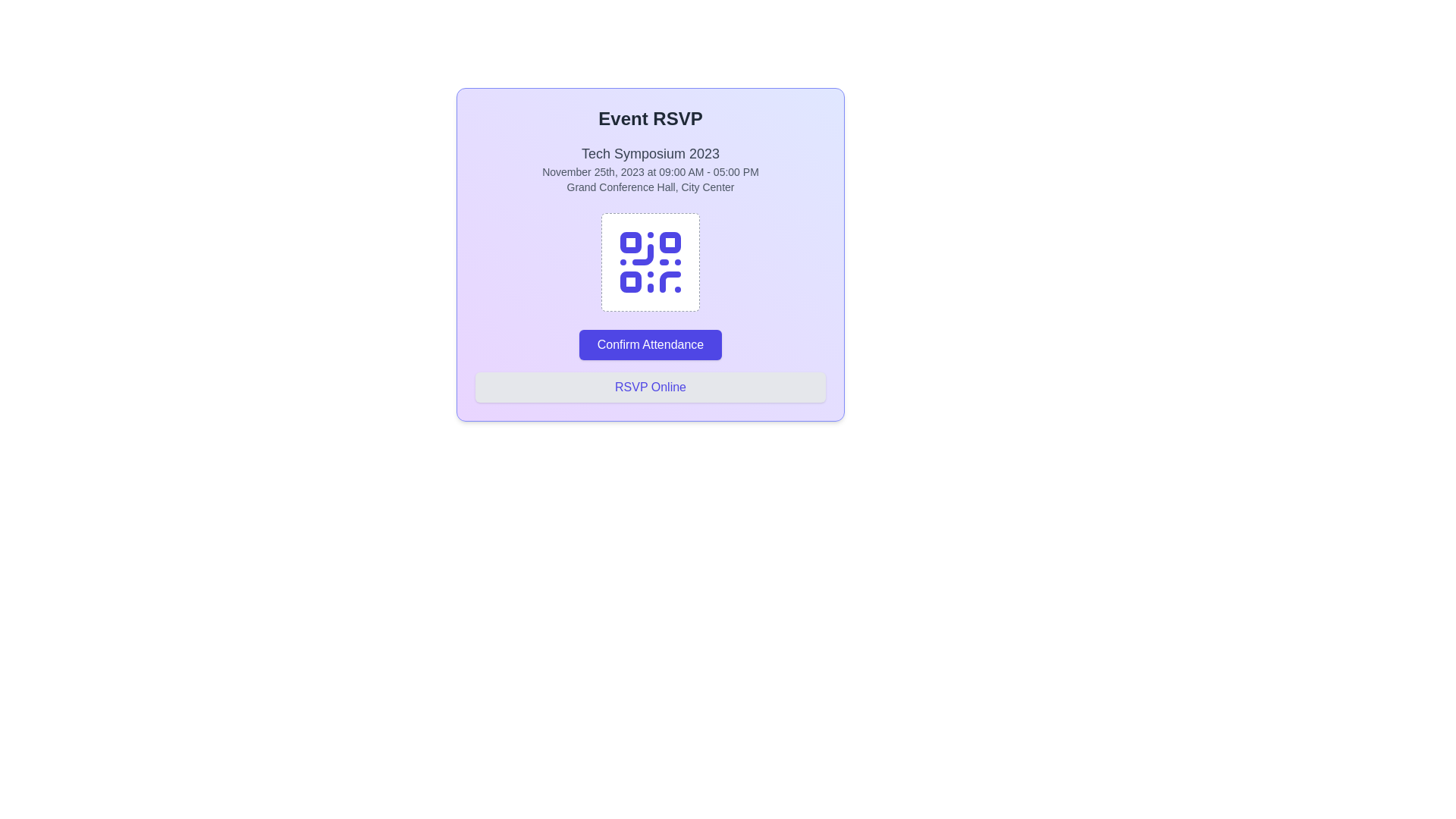  Describe the element at coordinates (669, 242) in the screenshot. I see `the tiny square with rounded corners located in the top-right corner of the QR code, which is the second square from the top-left within the QR code pattern` at that location.